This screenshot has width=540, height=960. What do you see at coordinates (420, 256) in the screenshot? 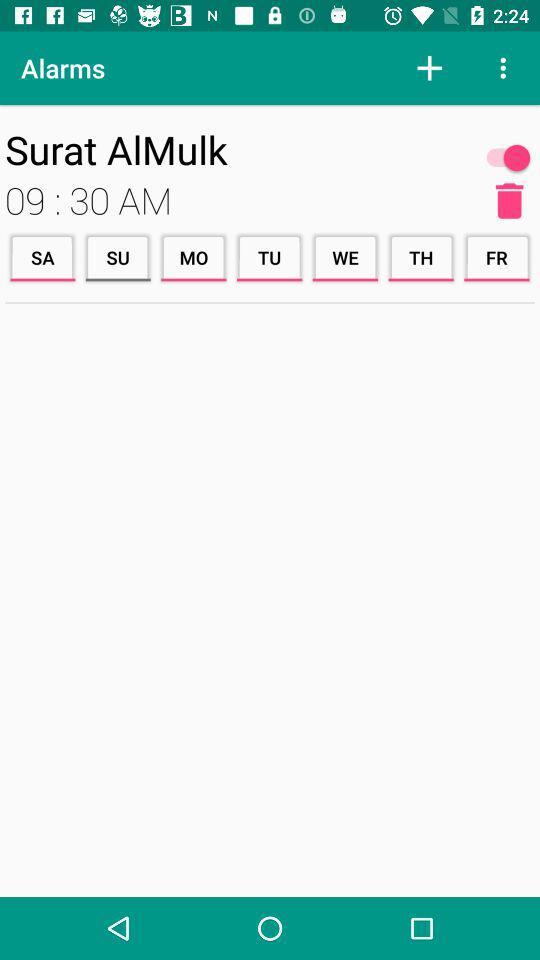
I see `item next to the we icon` at bounding box center [420, 256].